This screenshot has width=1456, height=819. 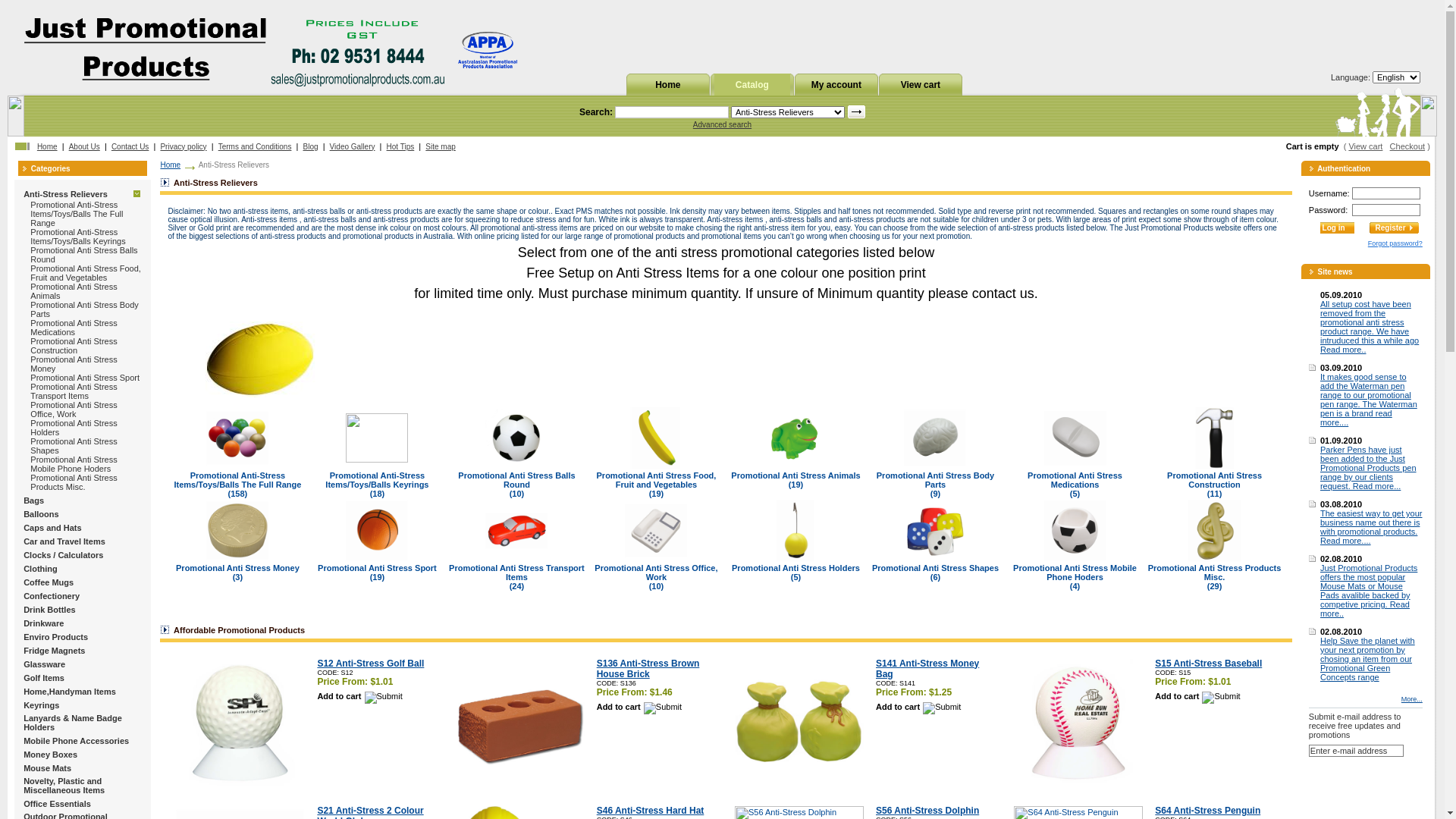 What do you see at coordinates (386, 146) in the screenshot?
I see `'Hot Tips'` at bounding box center [386, 146].